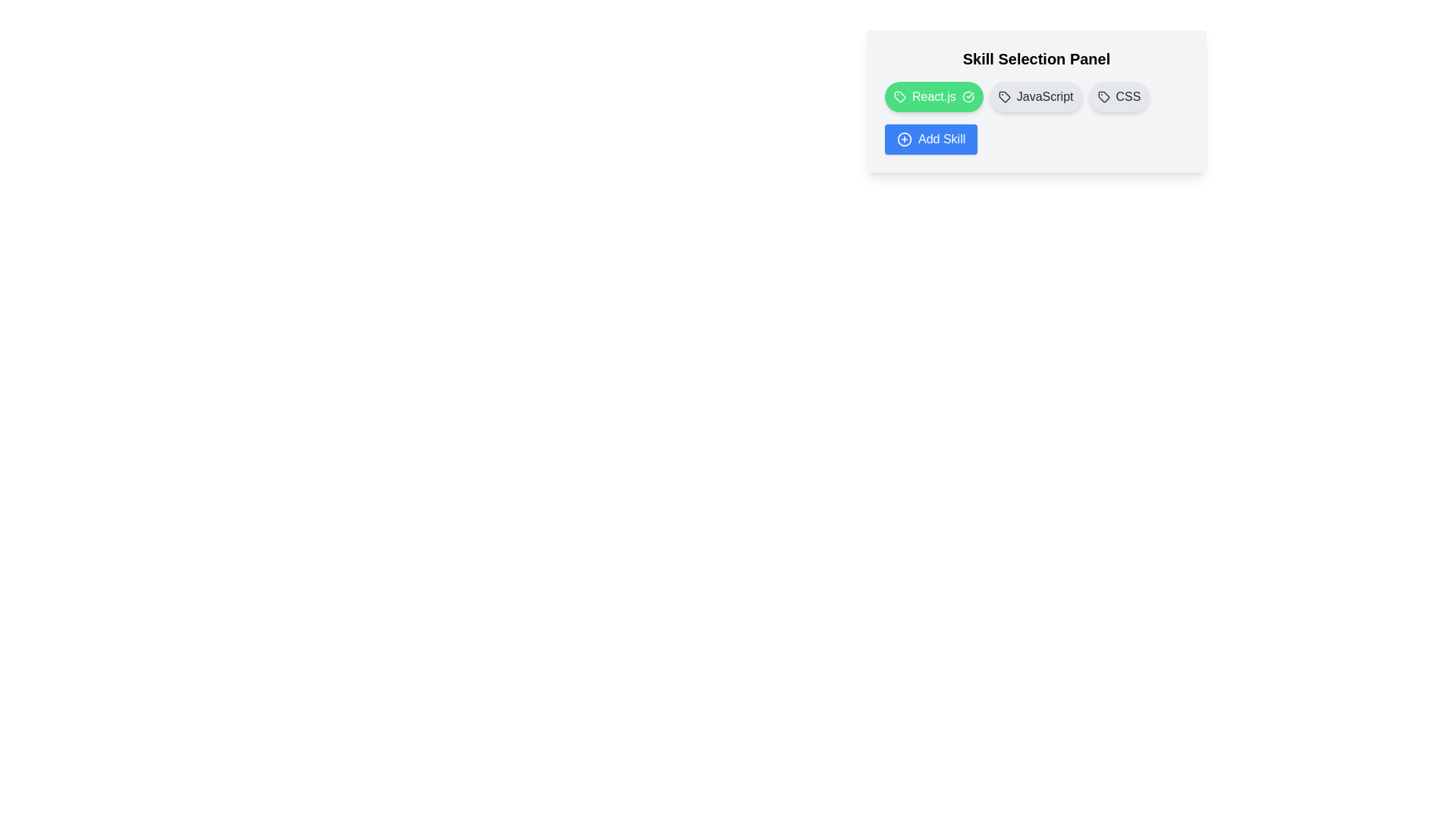 The width and height of the screenshot is (1456, 819). What do you see at coordinates (933, 96) in the screenshot?
I see `text label for the 'React.js' skill button, which is located in the Skill Selection Panel, to the right of the 'Add Skill' button` at bounding box center [933, 96].